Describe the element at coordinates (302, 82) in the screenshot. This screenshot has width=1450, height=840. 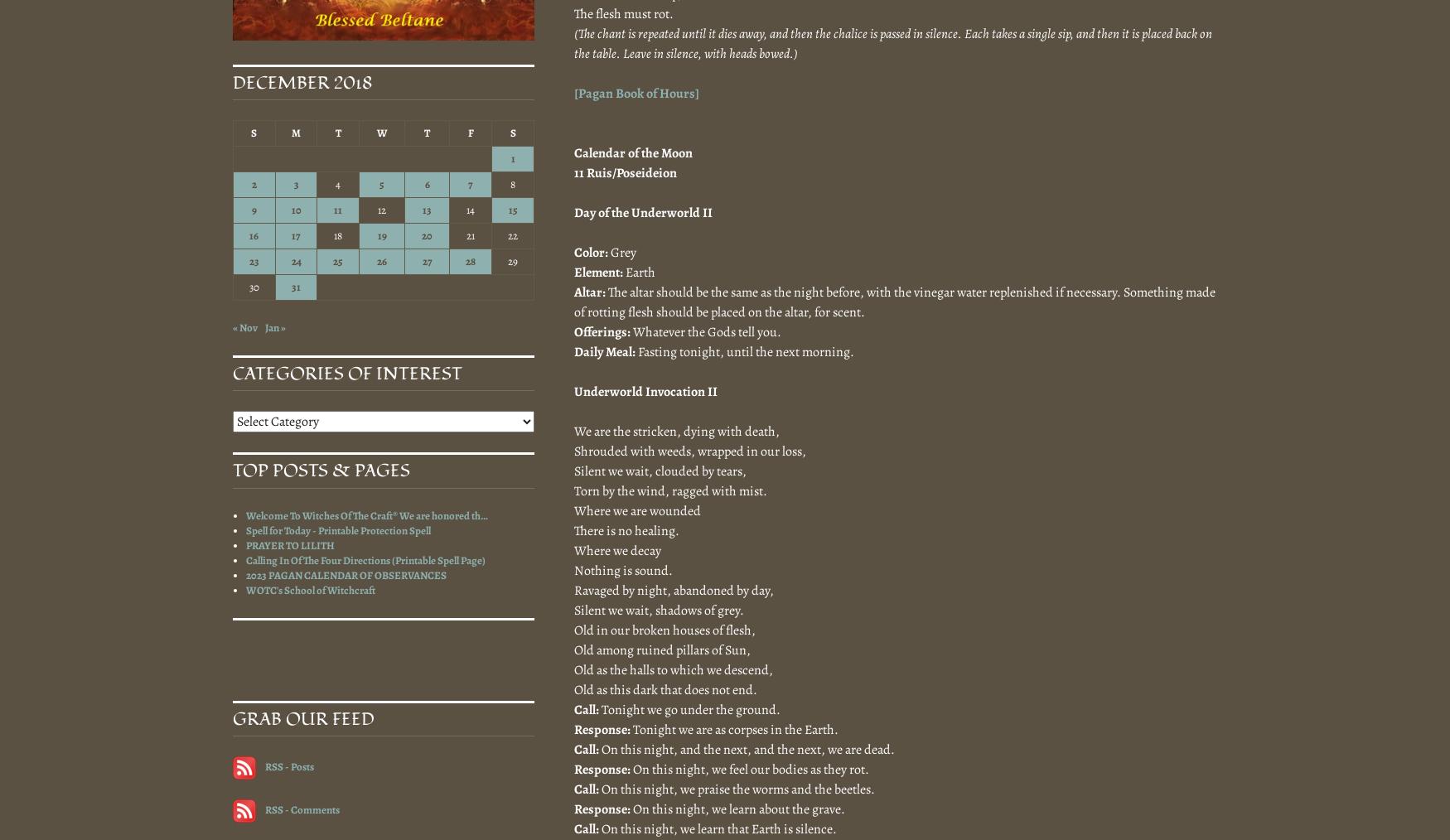
I see `'December 2018'` at that location.